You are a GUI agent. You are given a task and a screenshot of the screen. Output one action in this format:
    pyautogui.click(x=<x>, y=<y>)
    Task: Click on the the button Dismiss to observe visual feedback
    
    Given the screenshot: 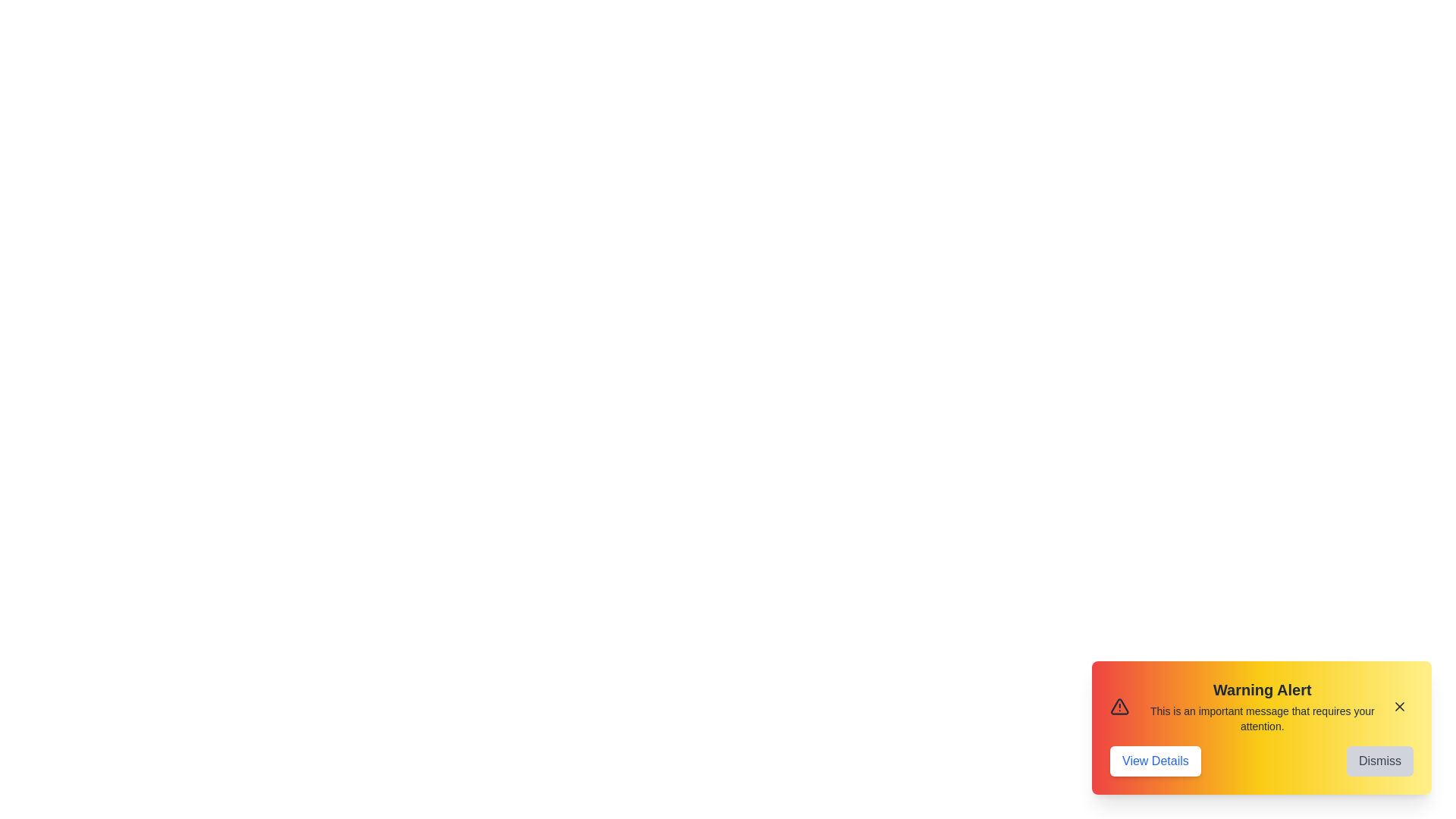 What is the action you would take?
    pyautogui.click(x=1379, y=761)
    